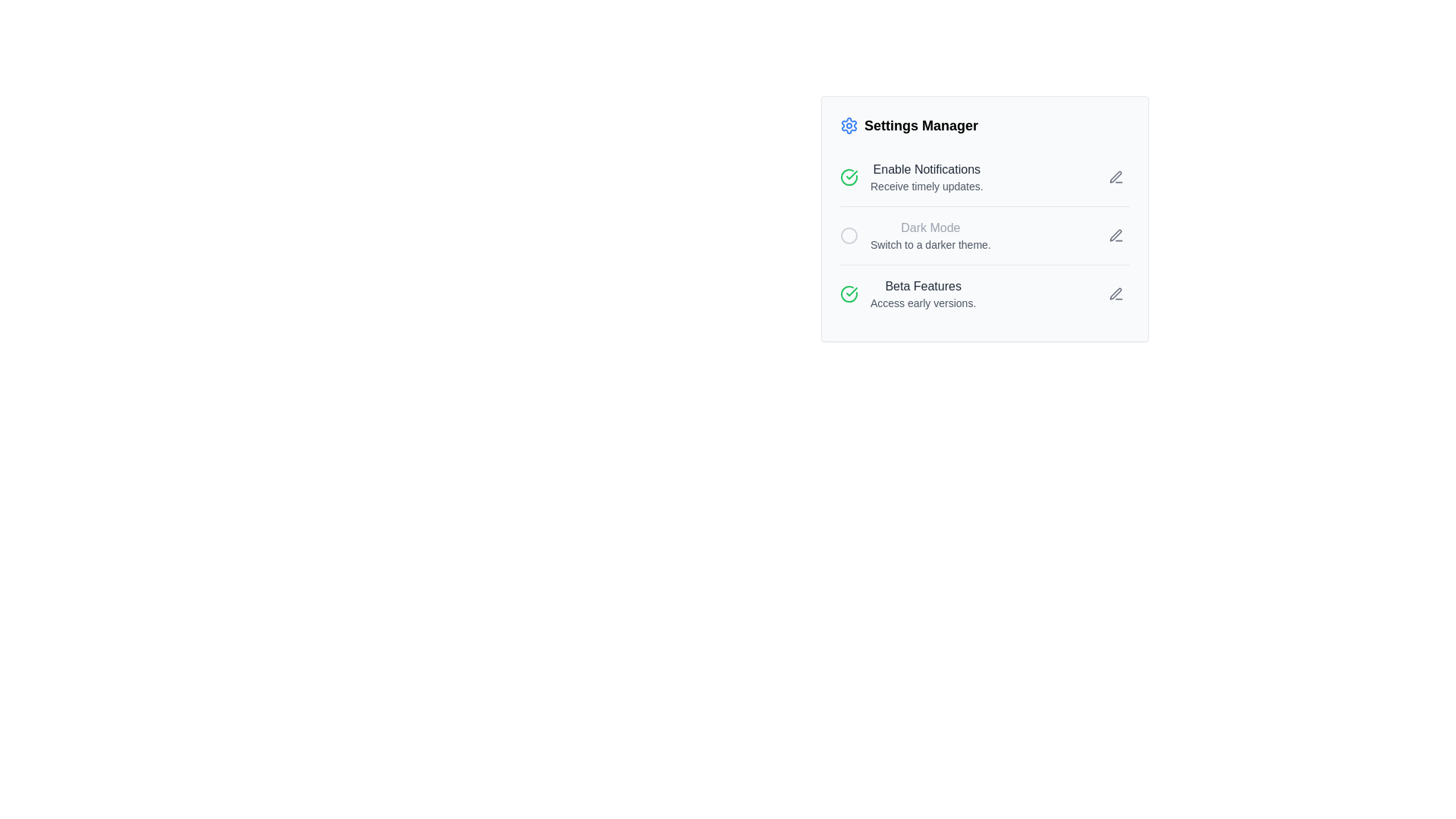 This screenshot has height=819, width=1456. What do you see at coordinates (922, 303) in the screenshot?
I see `the text label 'Access early versions.' located below the 'Beta Features' label in the 'Settings Manager' panel, styled in gray color` at bounding box center [922, 303].